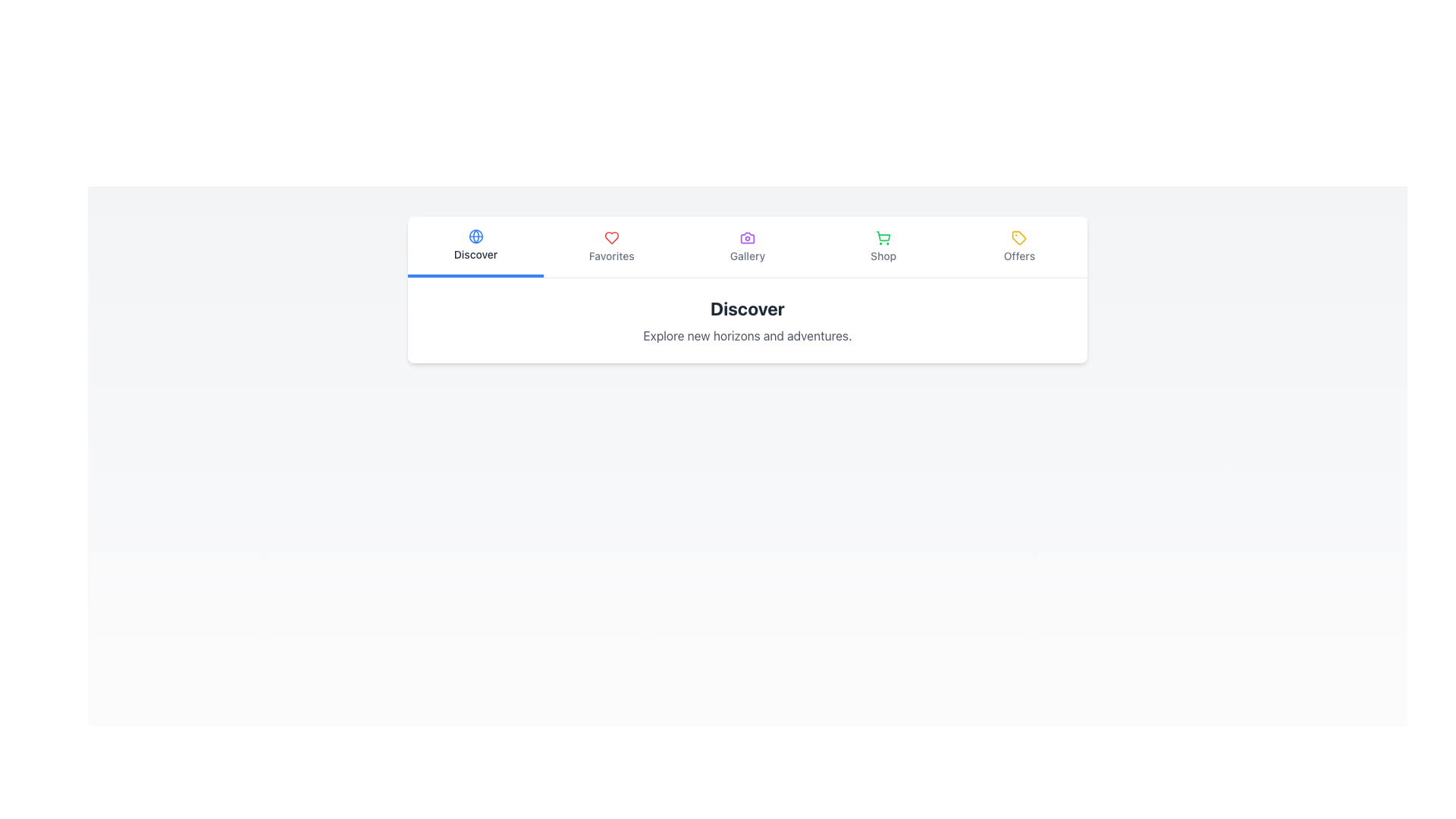 This screenshot has width=1456, height=819. What do you see at coordinates (747, 237) in the screenshot?
I see `the purple camera icon in the navigation bar, which is the third icon from the left, located directly above the 'Gallery' label` at bounding box center [747, 237].